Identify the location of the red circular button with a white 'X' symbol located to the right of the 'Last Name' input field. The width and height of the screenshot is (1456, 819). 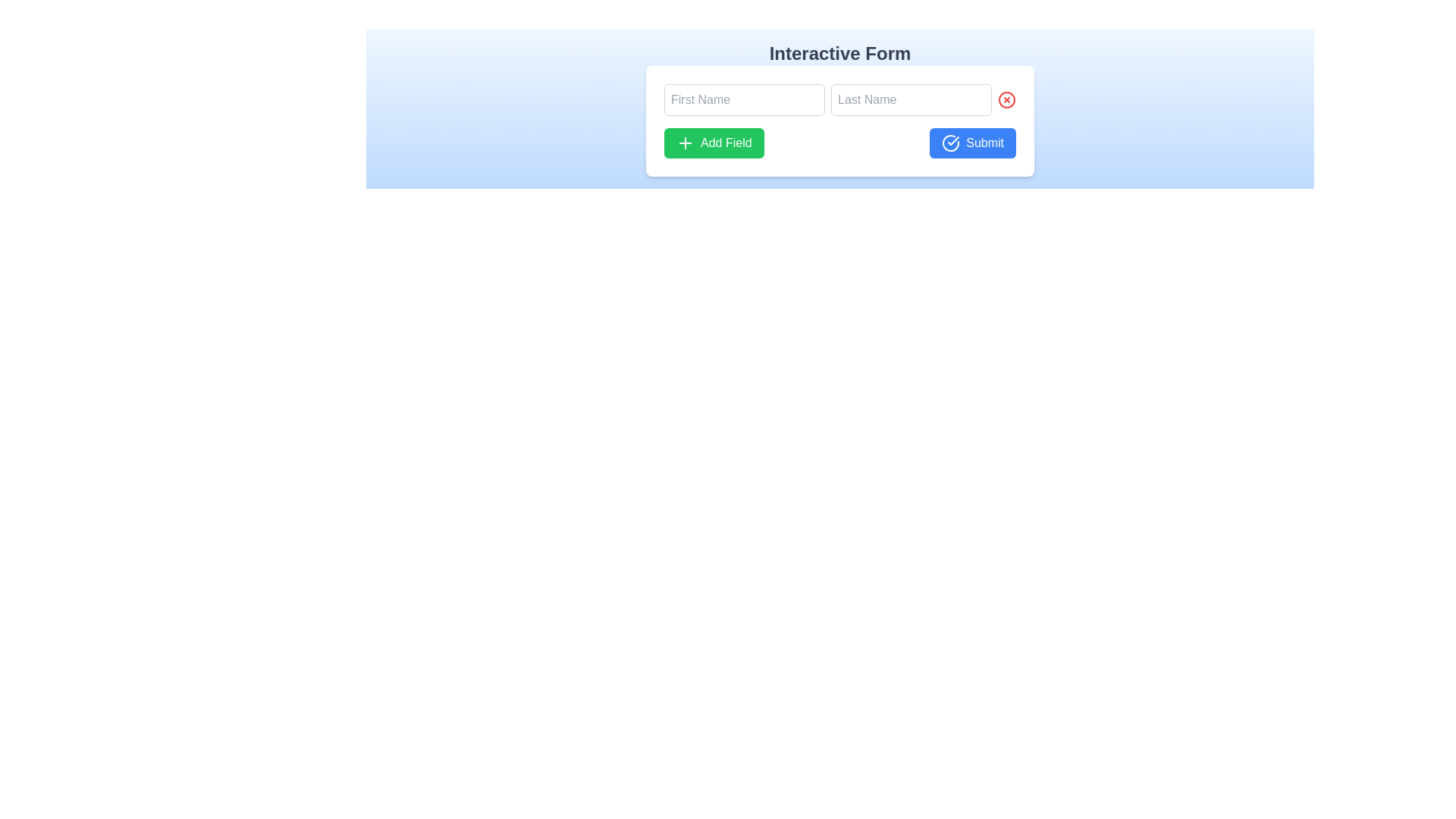
(1007, 99).